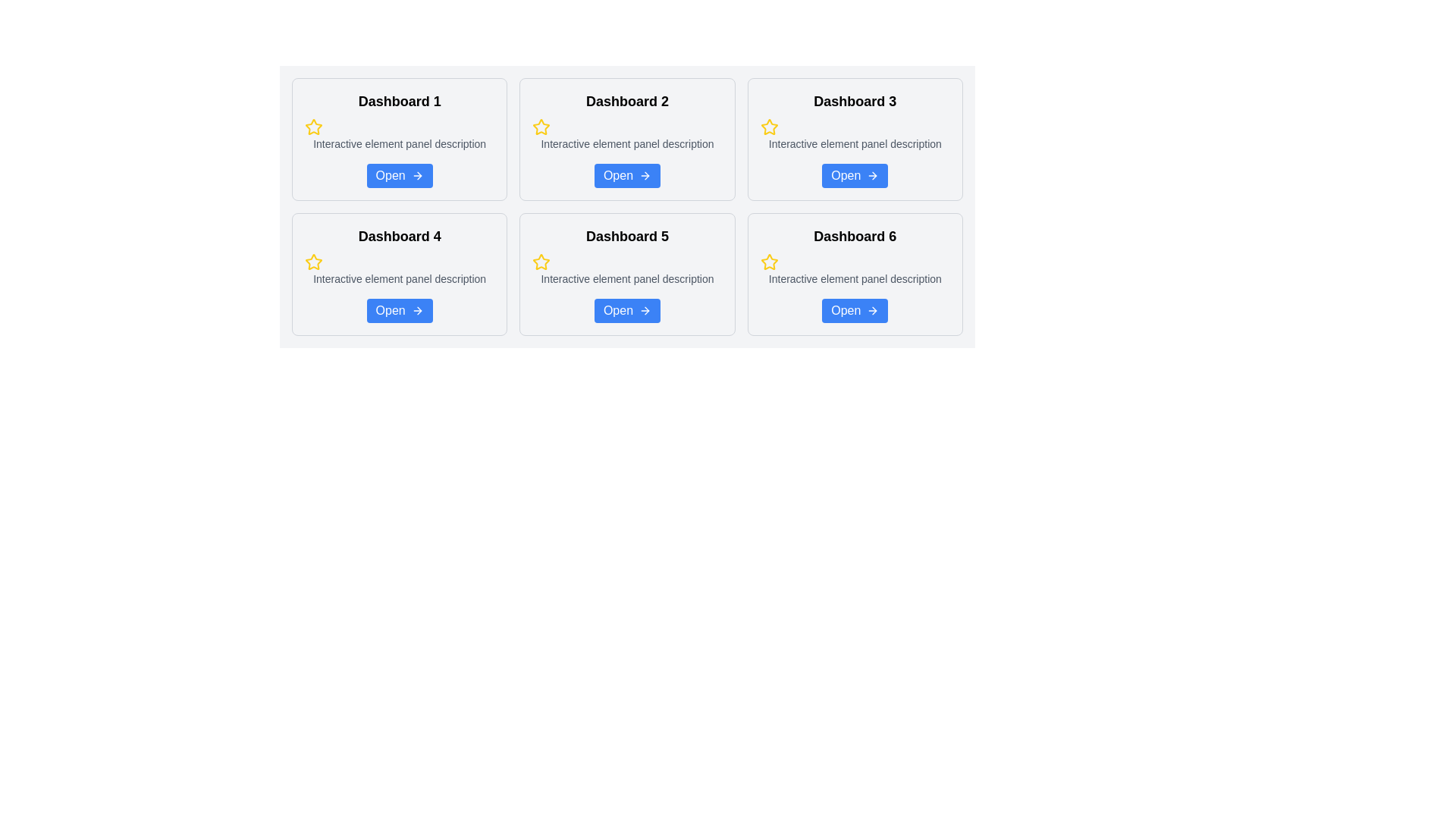 The image size is (1456, 819). I want to click on the yellow star-shaped icon located at the top-left corner of the 'Dashboard 1' panel, so click(312, 126).